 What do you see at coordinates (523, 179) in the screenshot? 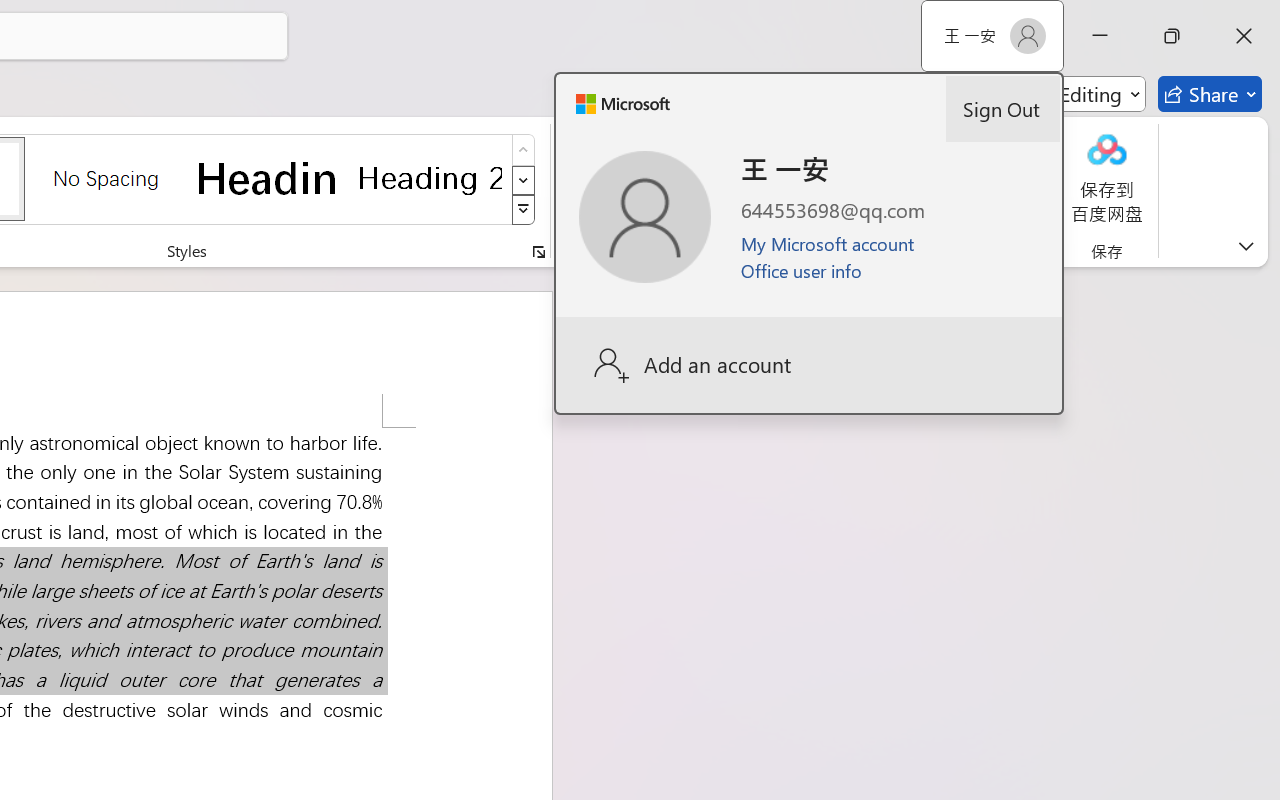
I see `'Row Down'` at bounding box center [523, 179].